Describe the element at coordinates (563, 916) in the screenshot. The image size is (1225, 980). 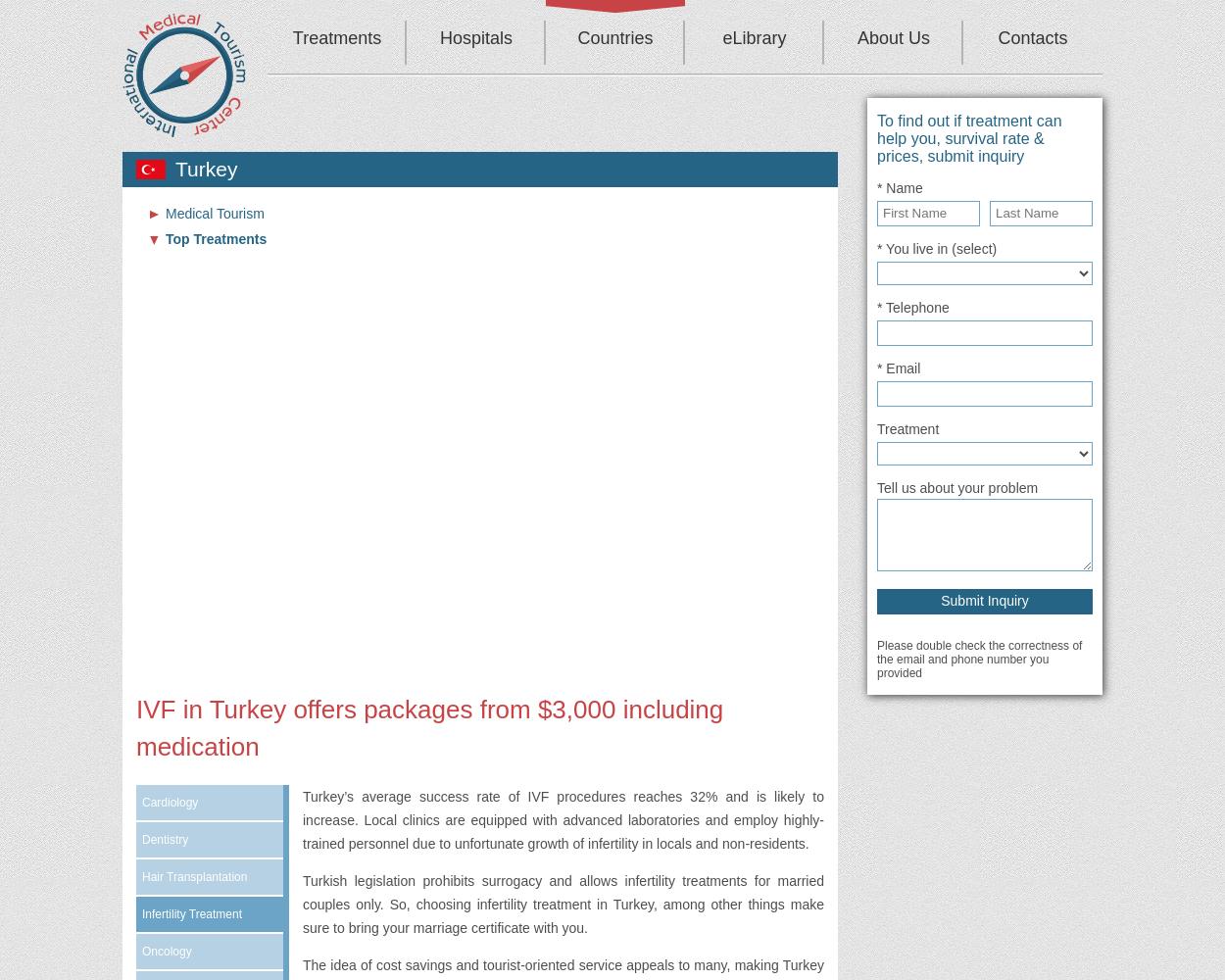
I see `', among other things make sure to bring your marriage certificate with you.'` at that location.